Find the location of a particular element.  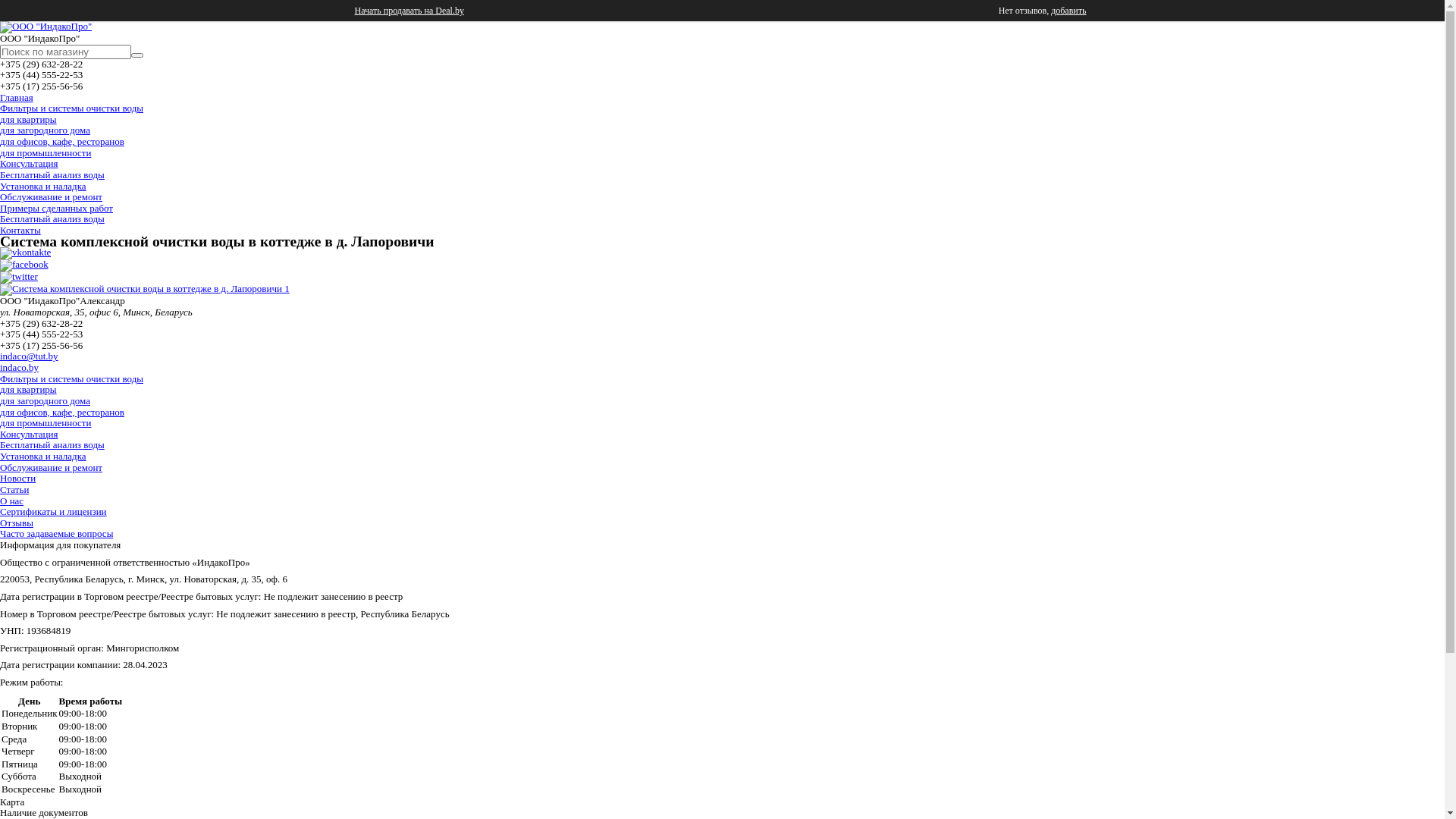

'indaco@tut.by' is located at coordinates (29, 356).